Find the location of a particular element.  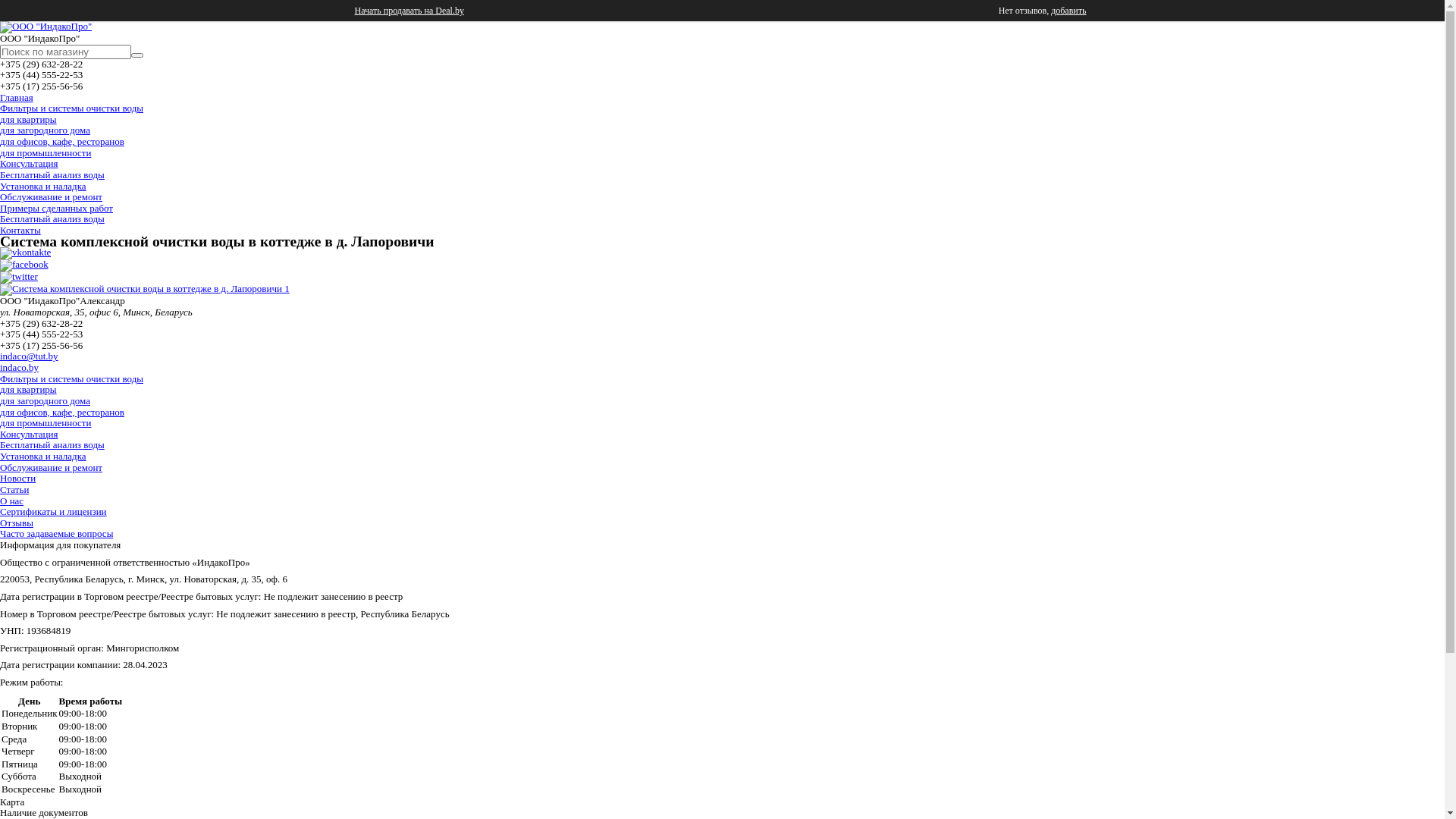

'indaco@tut.by' is located at coordinates (29, 356).